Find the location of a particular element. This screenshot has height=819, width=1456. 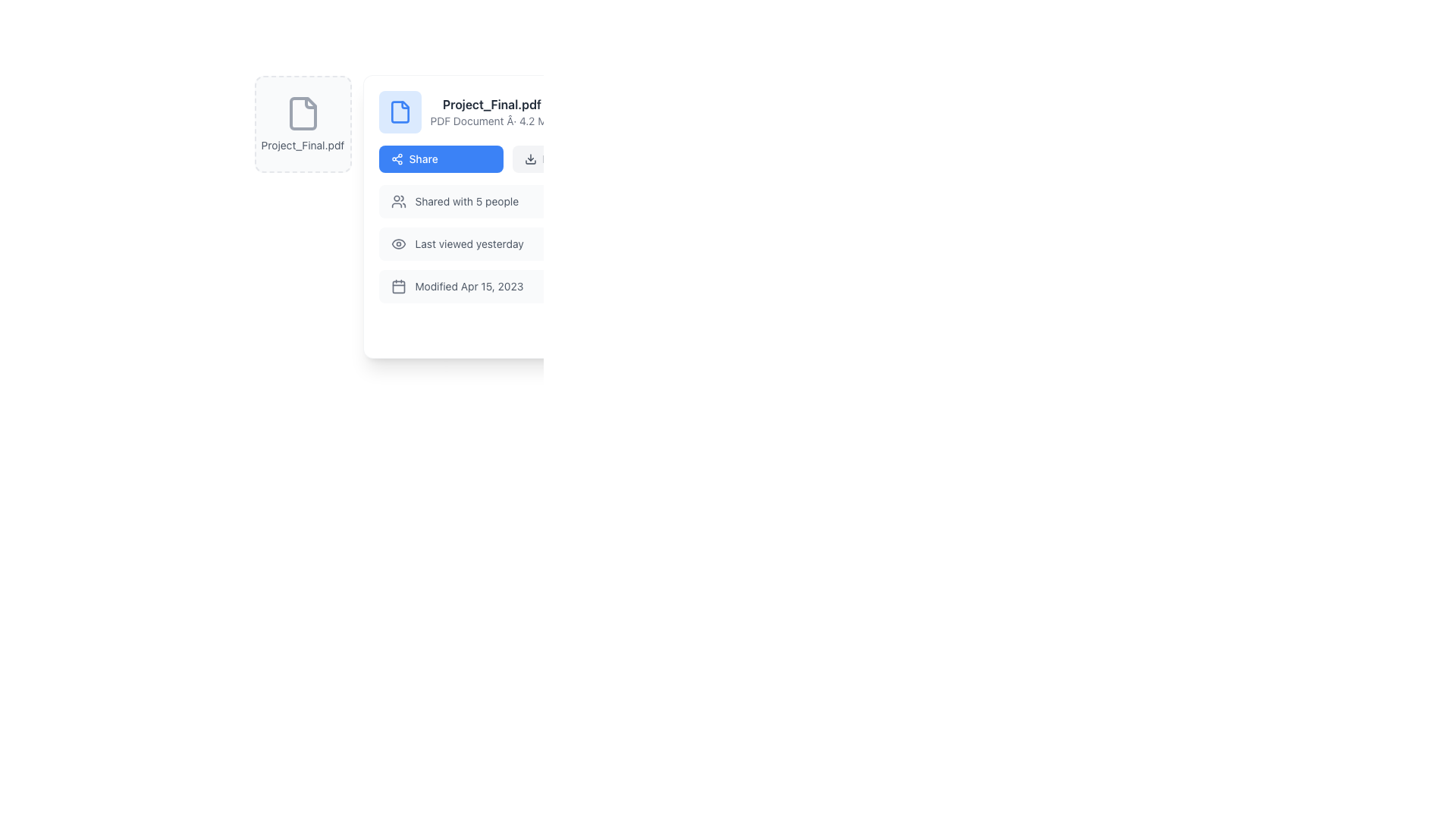

the calendar icon located to the left of the 'Modified Apr 15, 2023' text to possibly reveal tooltips is located at coordinates (398, 287).